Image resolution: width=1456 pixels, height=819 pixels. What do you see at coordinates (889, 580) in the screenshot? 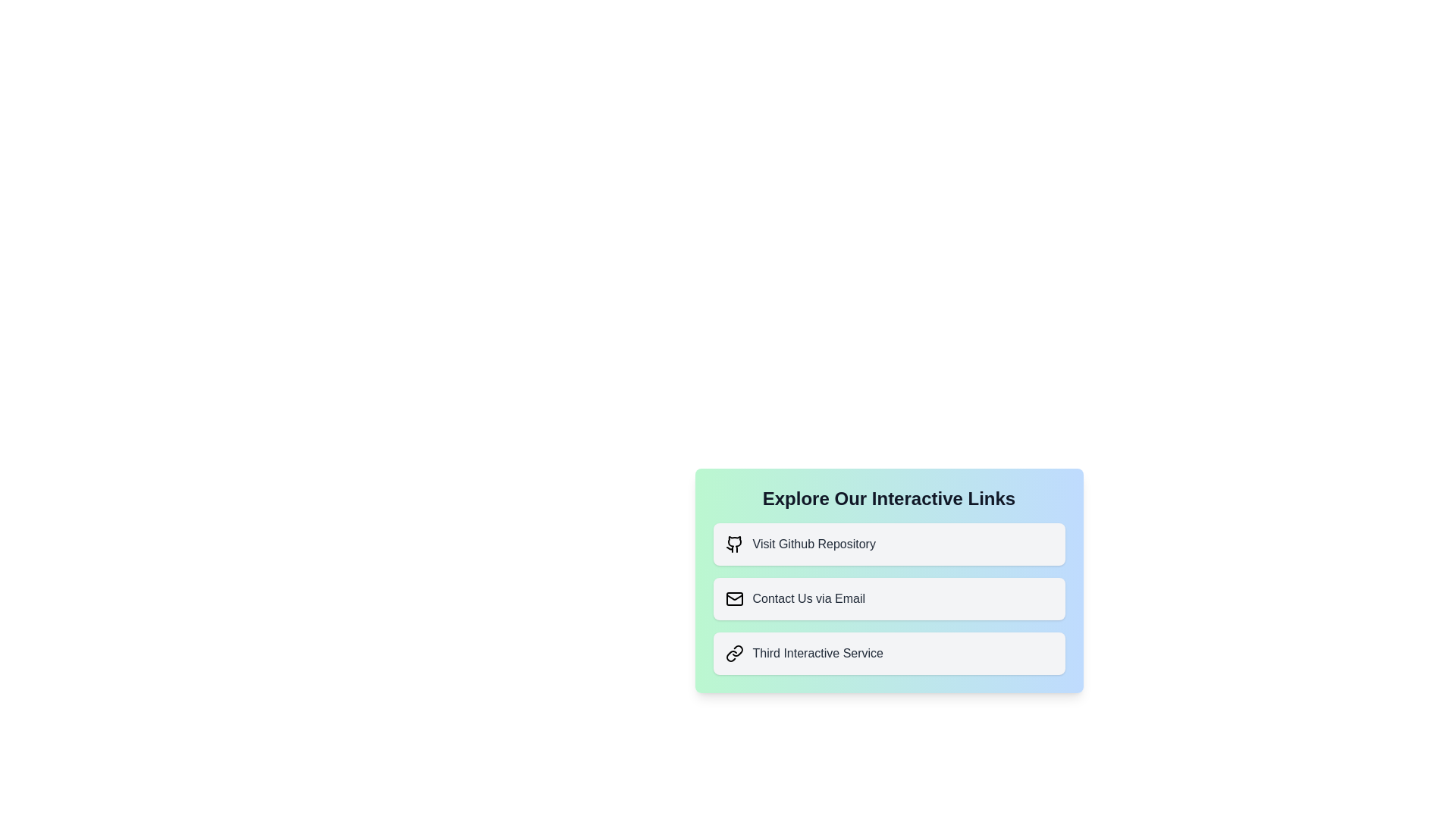
I see `the 'Contact Us via Email' button-like link using keyboard navigation` at bounding box center [889, 580].